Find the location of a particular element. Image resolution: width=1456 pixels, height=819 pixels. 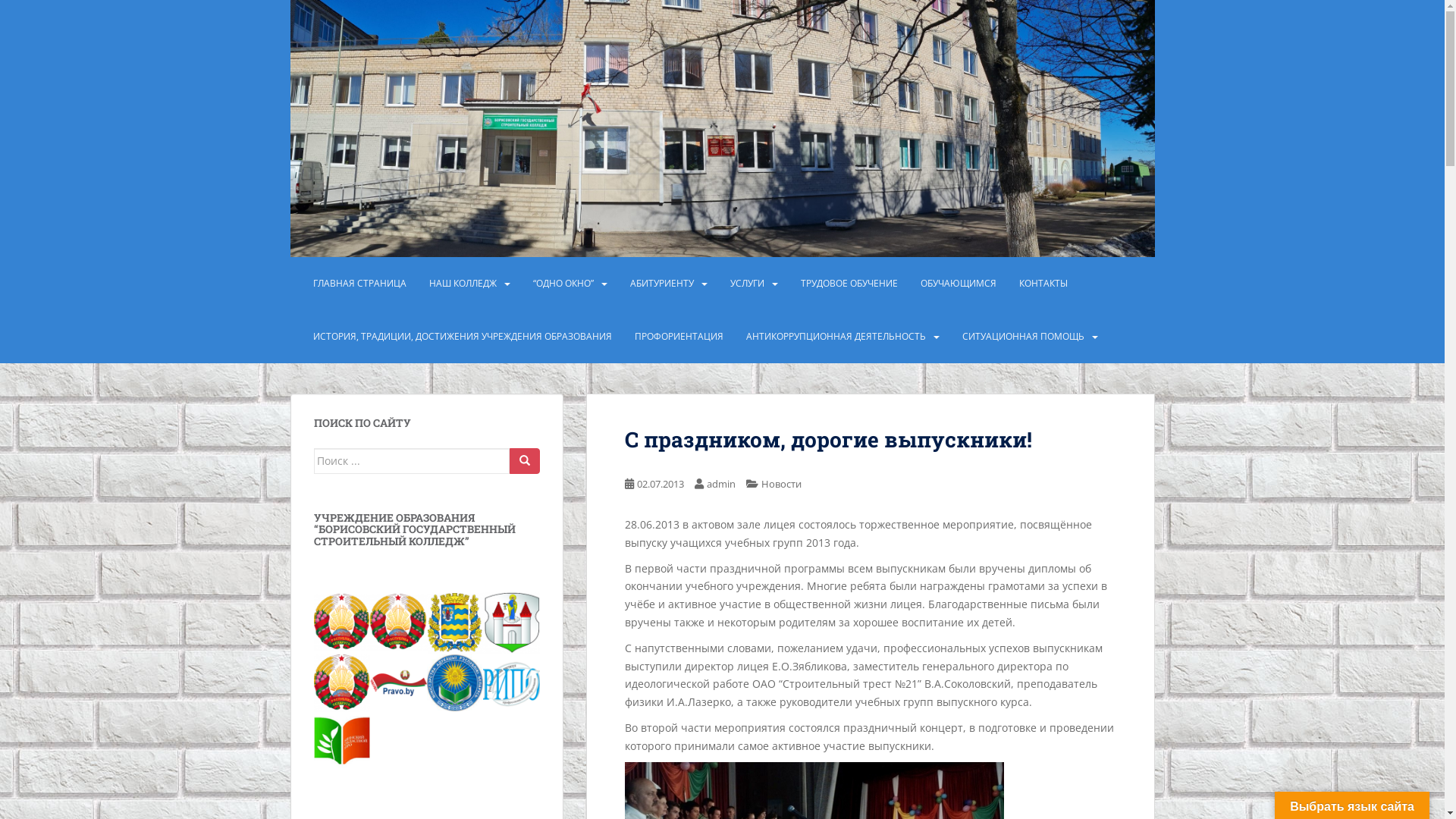

'02.07.2013' is located at coordinates (660, 483).